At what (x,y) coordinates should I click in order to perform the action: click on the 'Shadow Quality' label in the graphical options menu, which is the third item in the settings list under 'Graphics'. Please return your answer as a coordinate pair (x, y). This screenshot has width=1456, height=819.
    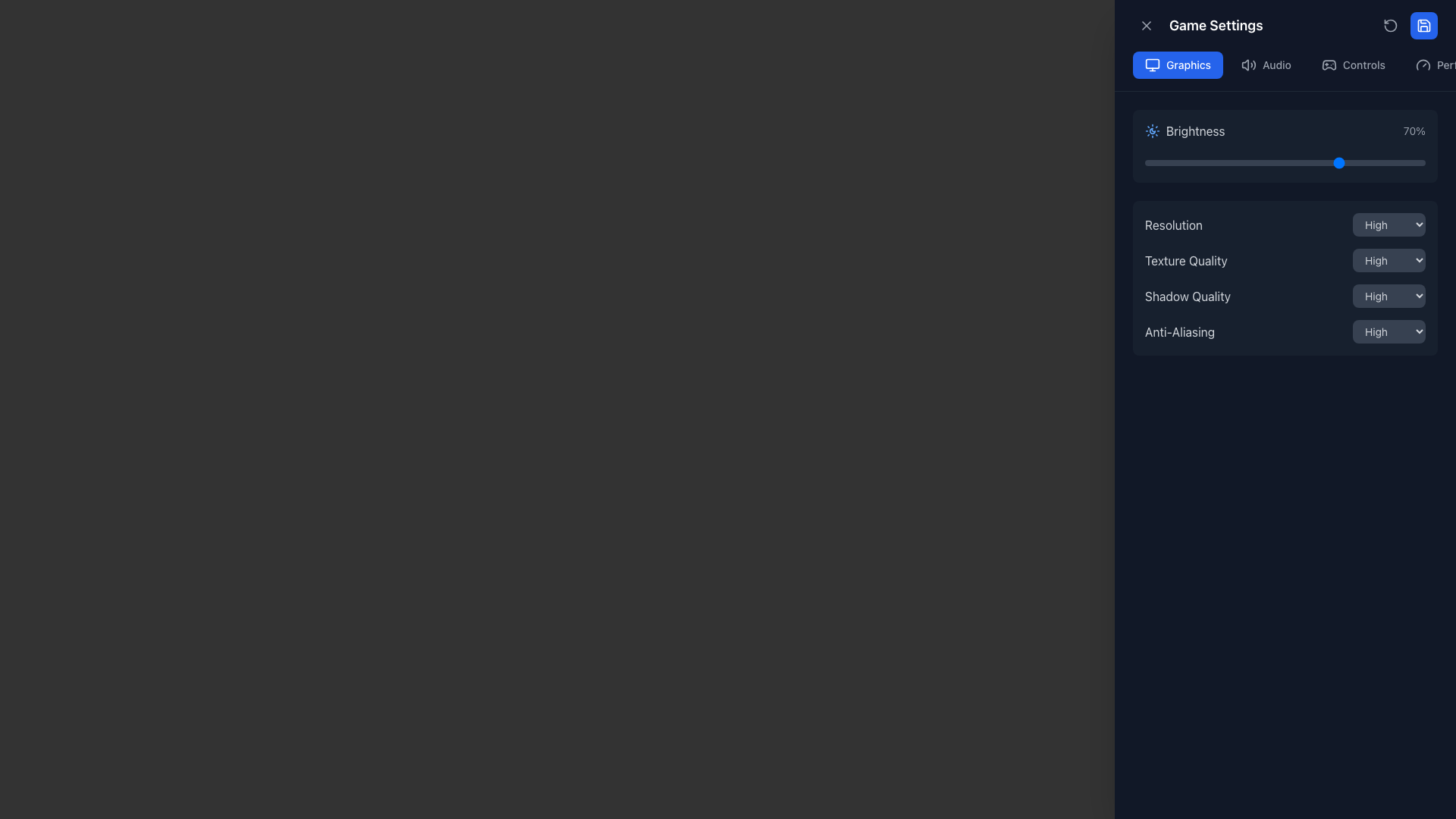
    Looking at the image, I should click on (1187, 296).